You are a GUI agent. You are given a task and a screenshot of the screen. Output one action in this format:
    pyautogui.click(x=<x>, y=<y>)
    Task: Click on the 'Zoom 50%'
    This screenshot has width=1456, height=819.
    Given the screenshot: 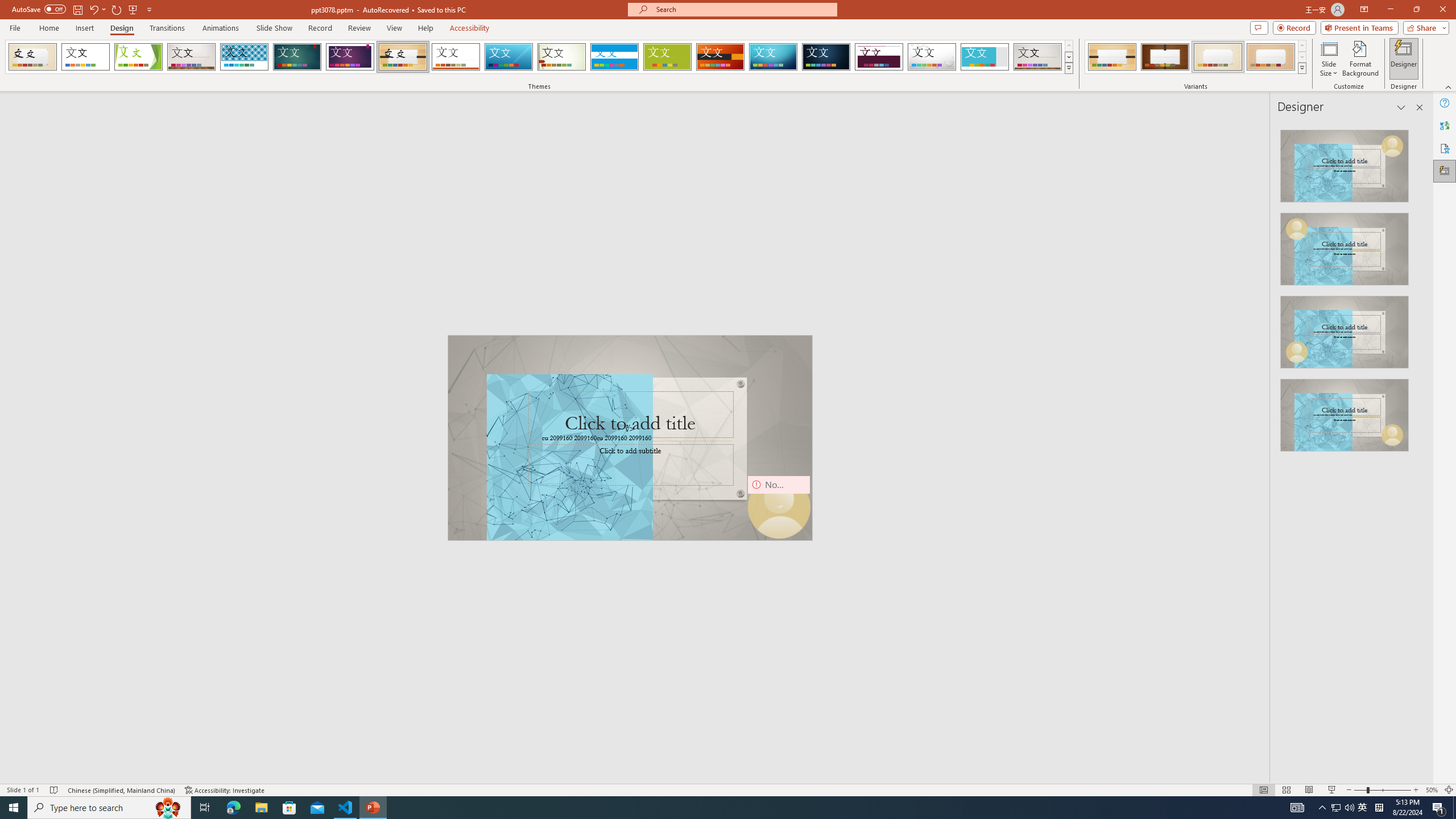 What is the action you would take?
    pyautogui.click(x=1431, y=790)
    